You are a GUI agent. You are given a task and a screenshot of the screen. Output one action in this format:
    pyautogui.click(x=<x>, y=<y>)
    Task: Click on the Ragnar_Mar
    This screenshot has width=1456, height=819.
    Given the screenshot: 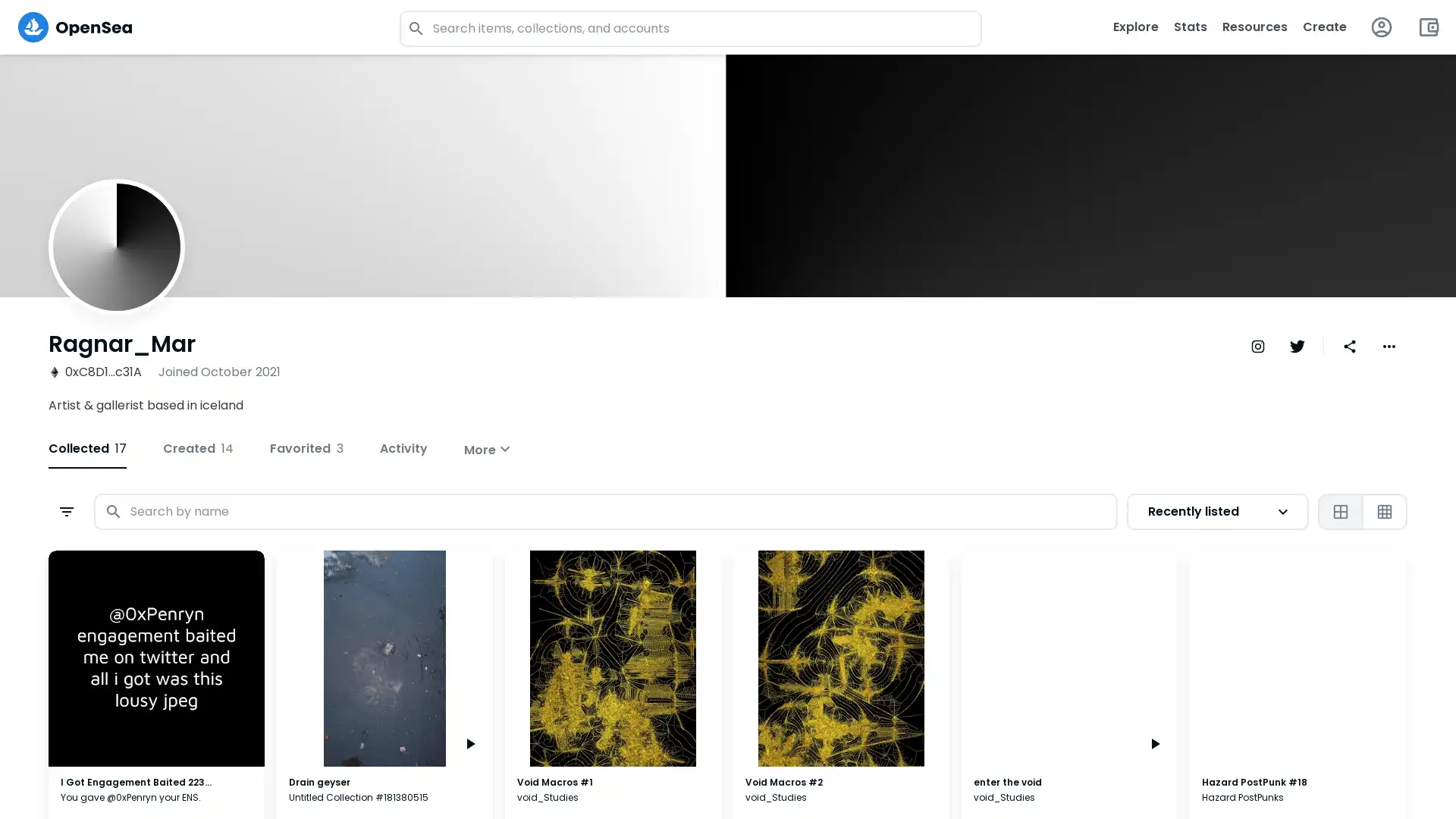 What is the action you would take?
    pyautogui.click(x=115, y=246)
    